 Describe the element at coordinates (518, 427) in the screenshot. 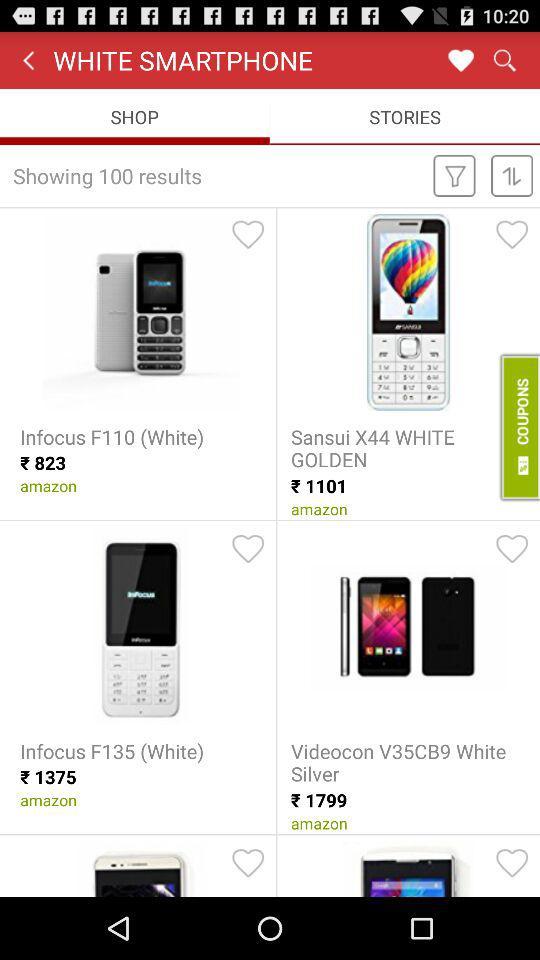

I see `open coupons` at that location.